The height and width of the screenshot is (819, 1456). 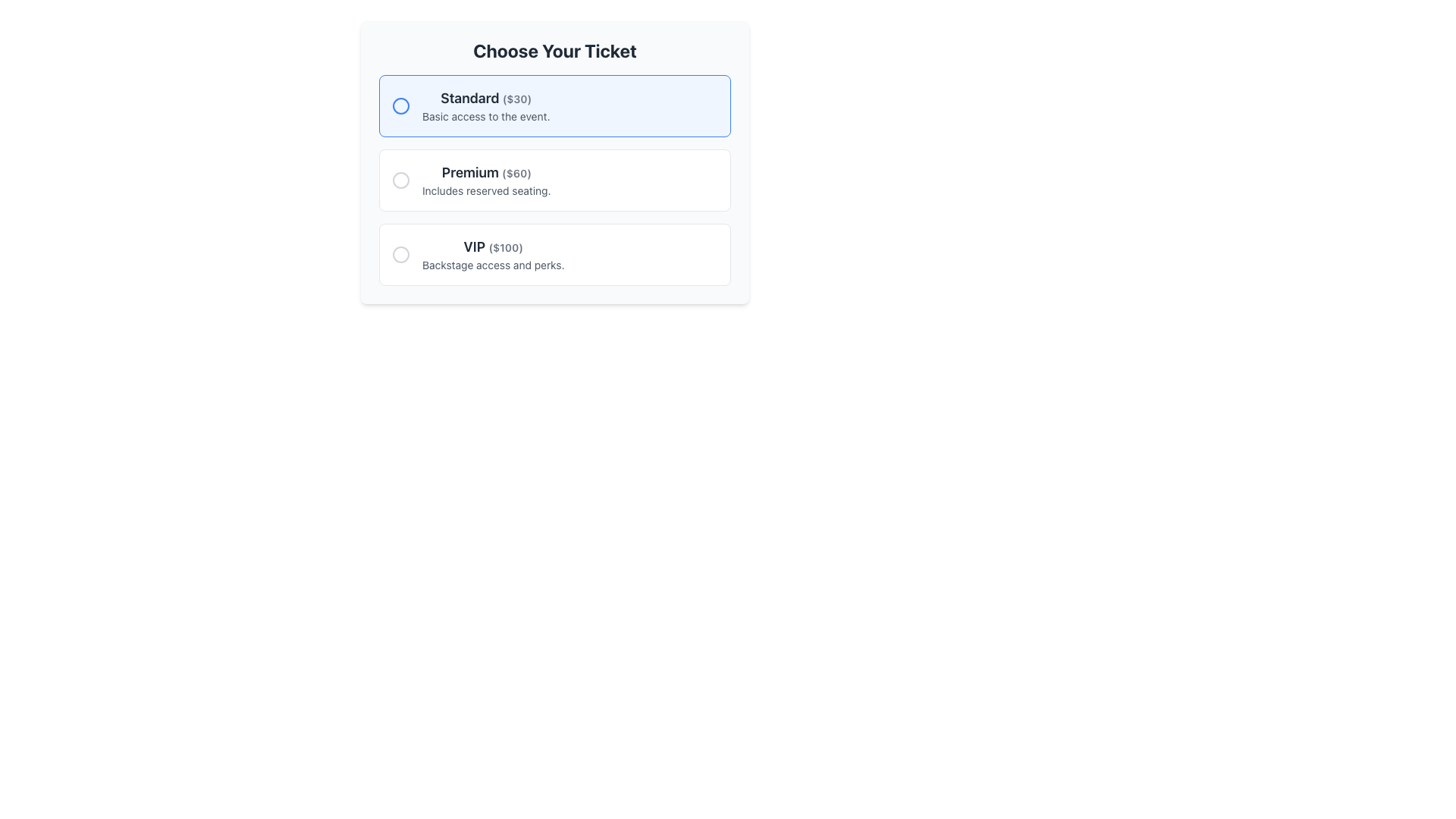 I want to click on the selectable card option for purchasing a VIP ticket located at the bottom of the ticket options in the 'Choose Your Ticket' section, so click(x=554, y=253).